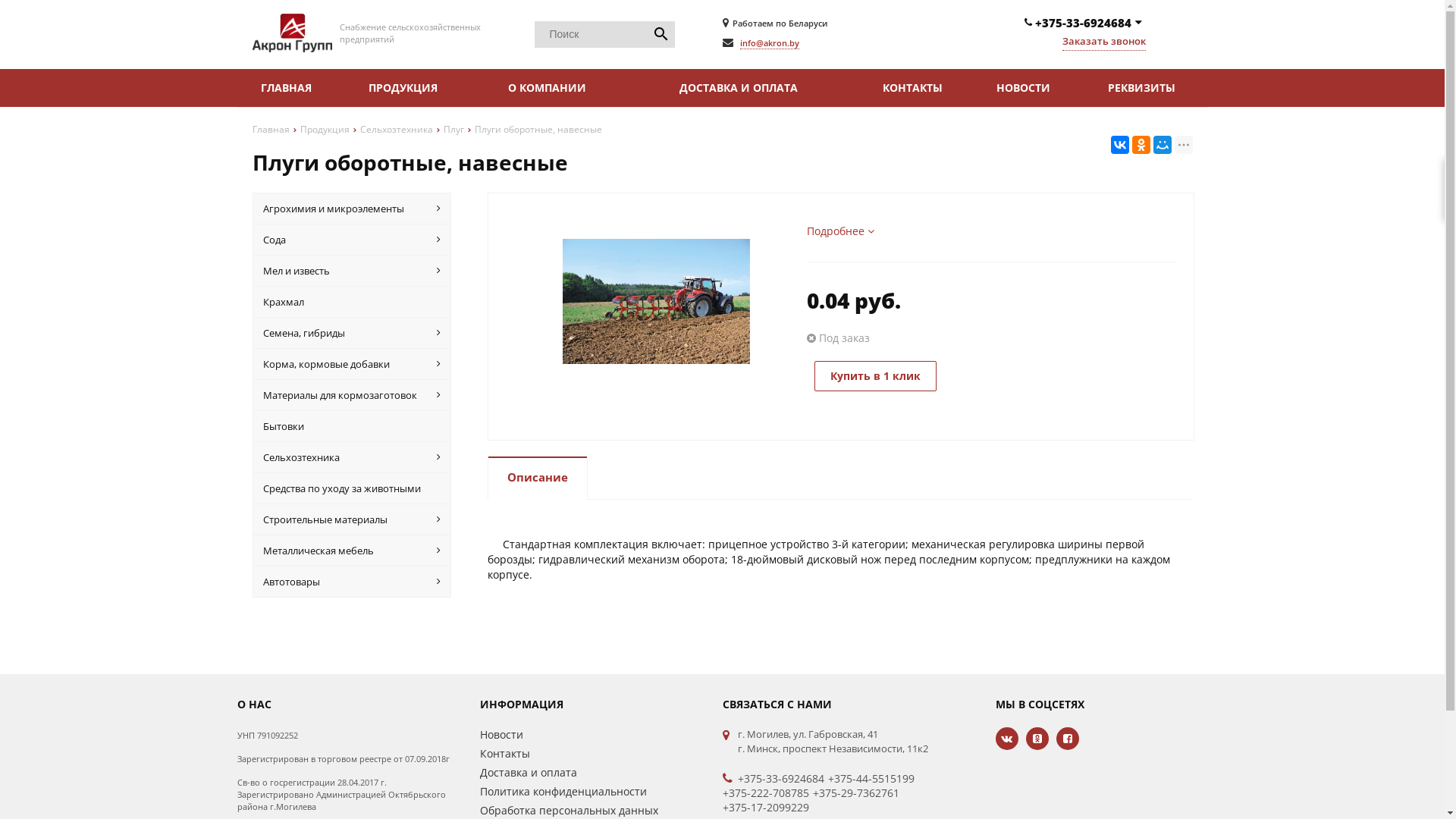  Describe the element at coordinates (769, 42) in the screenshot. I see `'info@akron.by'` at that location.